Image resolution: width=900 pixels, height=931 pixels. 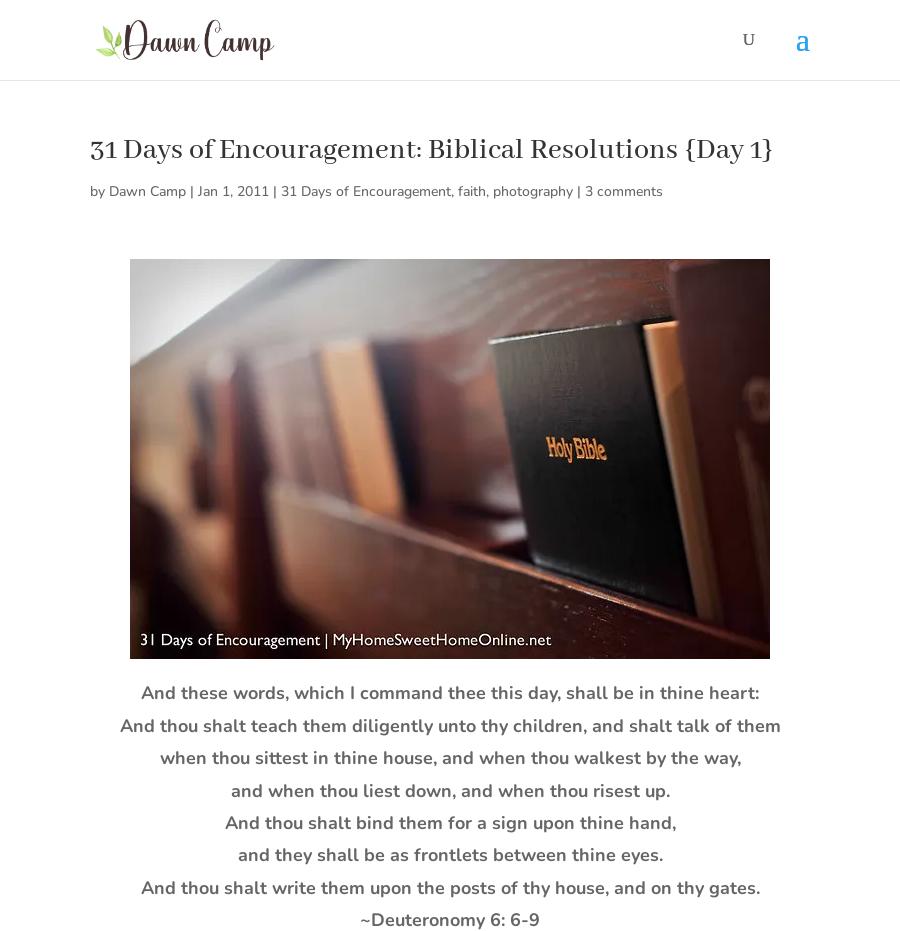 What do you see at coordinates (449, 854) in the screenshot?
I see `'and they shall be as frontlets between thine eyes.'` at bounding box center [449, 854].